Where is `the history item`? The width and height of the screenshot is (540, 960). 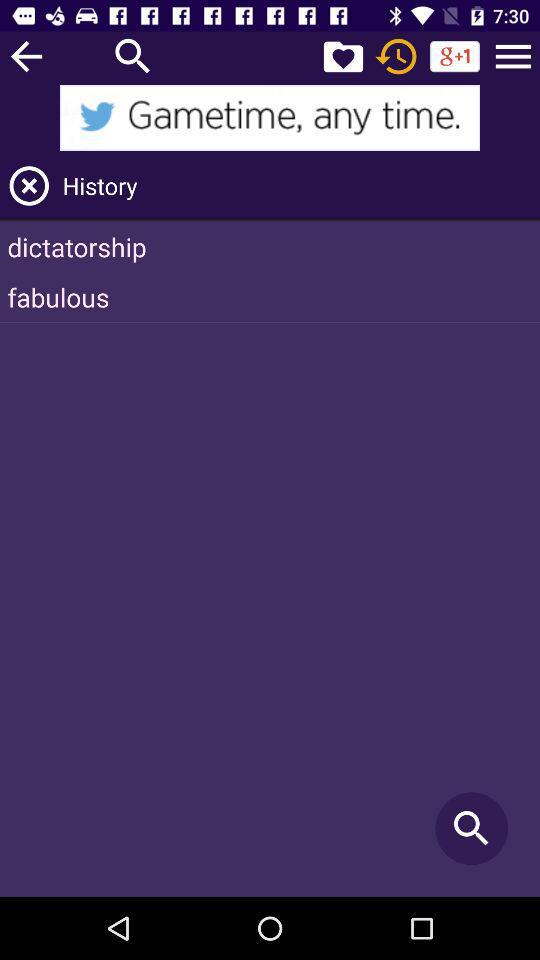
the history item is located at coordinates (297, 185).